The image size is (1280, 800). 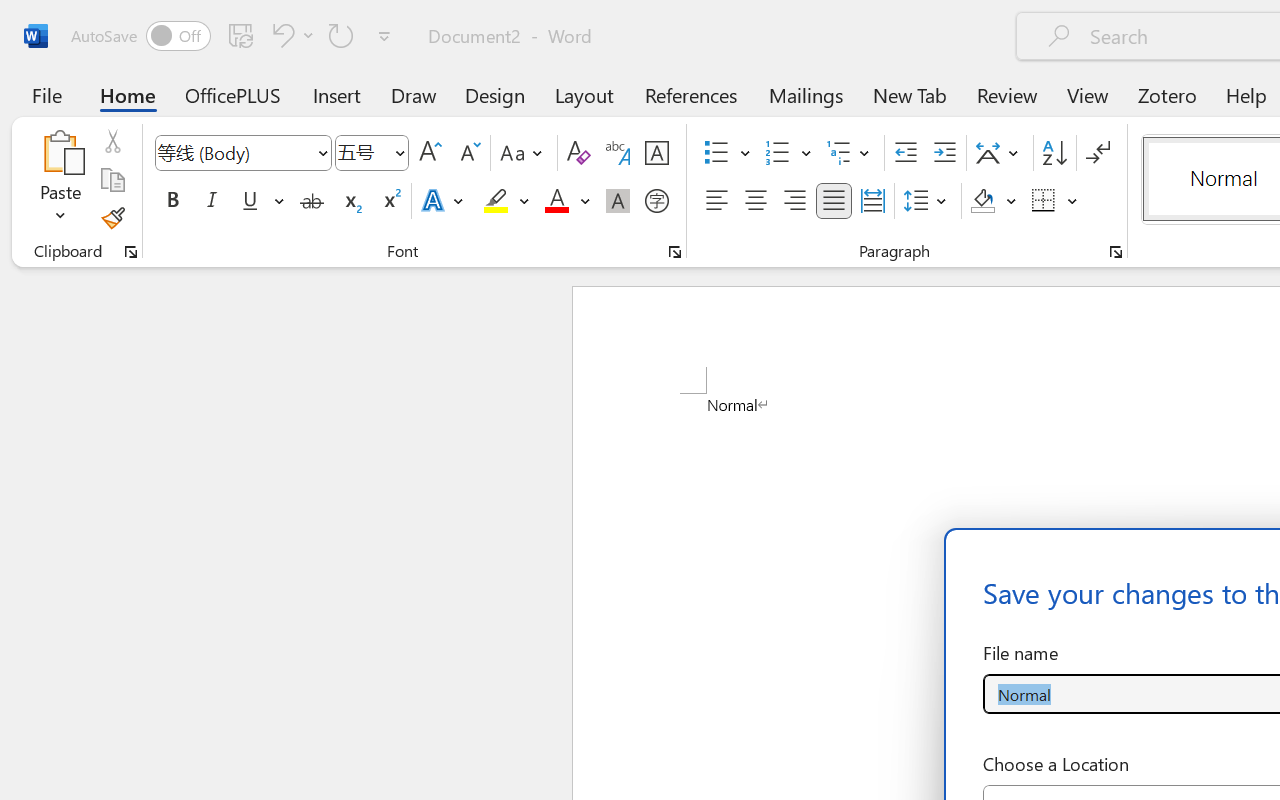 I want to click on 'Align Right', so click(x=793, y=201).